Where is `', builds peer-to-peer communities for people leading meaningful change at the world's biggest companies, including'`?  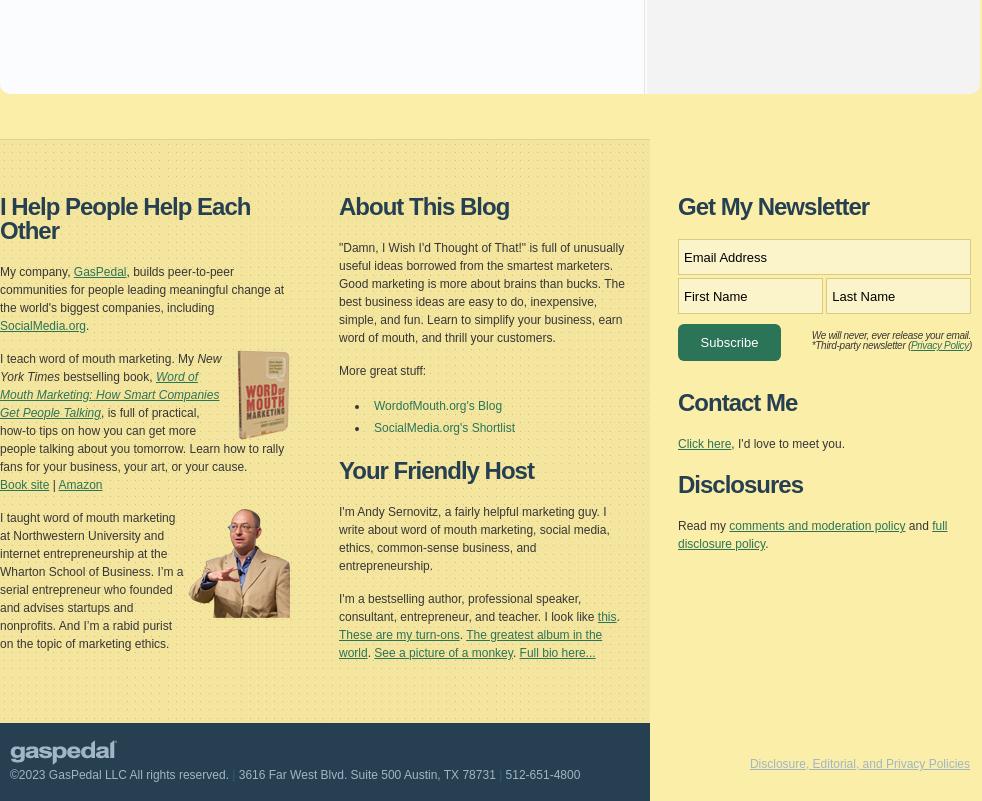 ', builds peer-to-peer communities for people leading meaningful change at the world's biggest companies, including' is located at coordinates (0, 288).